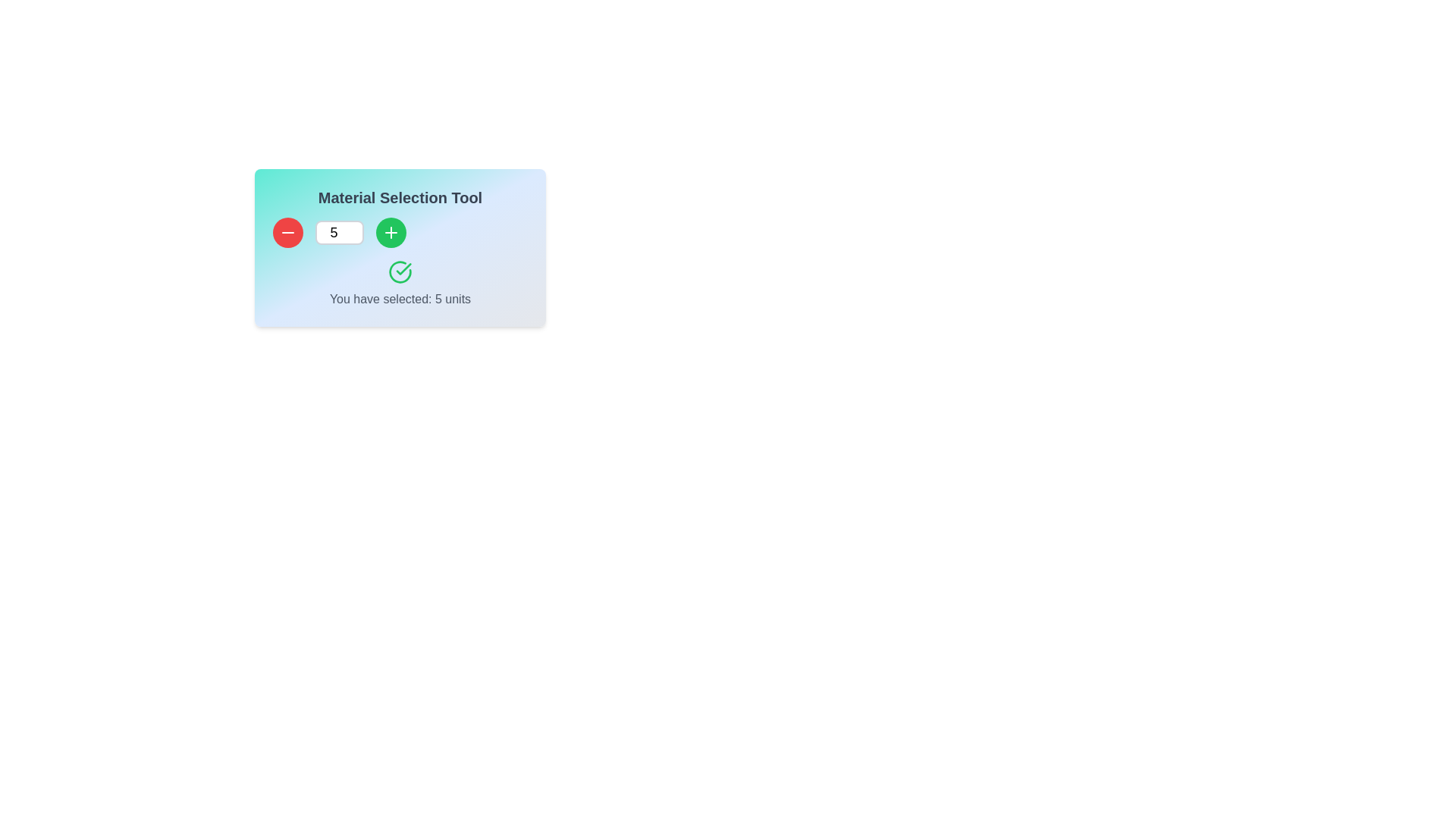 This screenshot has width=1456, height=819. Describe the element at coordinates (400, 284) in the screenshot. I see `the informational message indicating the current selection of '5 units' located within the 'Material Selection Tool' card, situated below the numeric input field` at that location.